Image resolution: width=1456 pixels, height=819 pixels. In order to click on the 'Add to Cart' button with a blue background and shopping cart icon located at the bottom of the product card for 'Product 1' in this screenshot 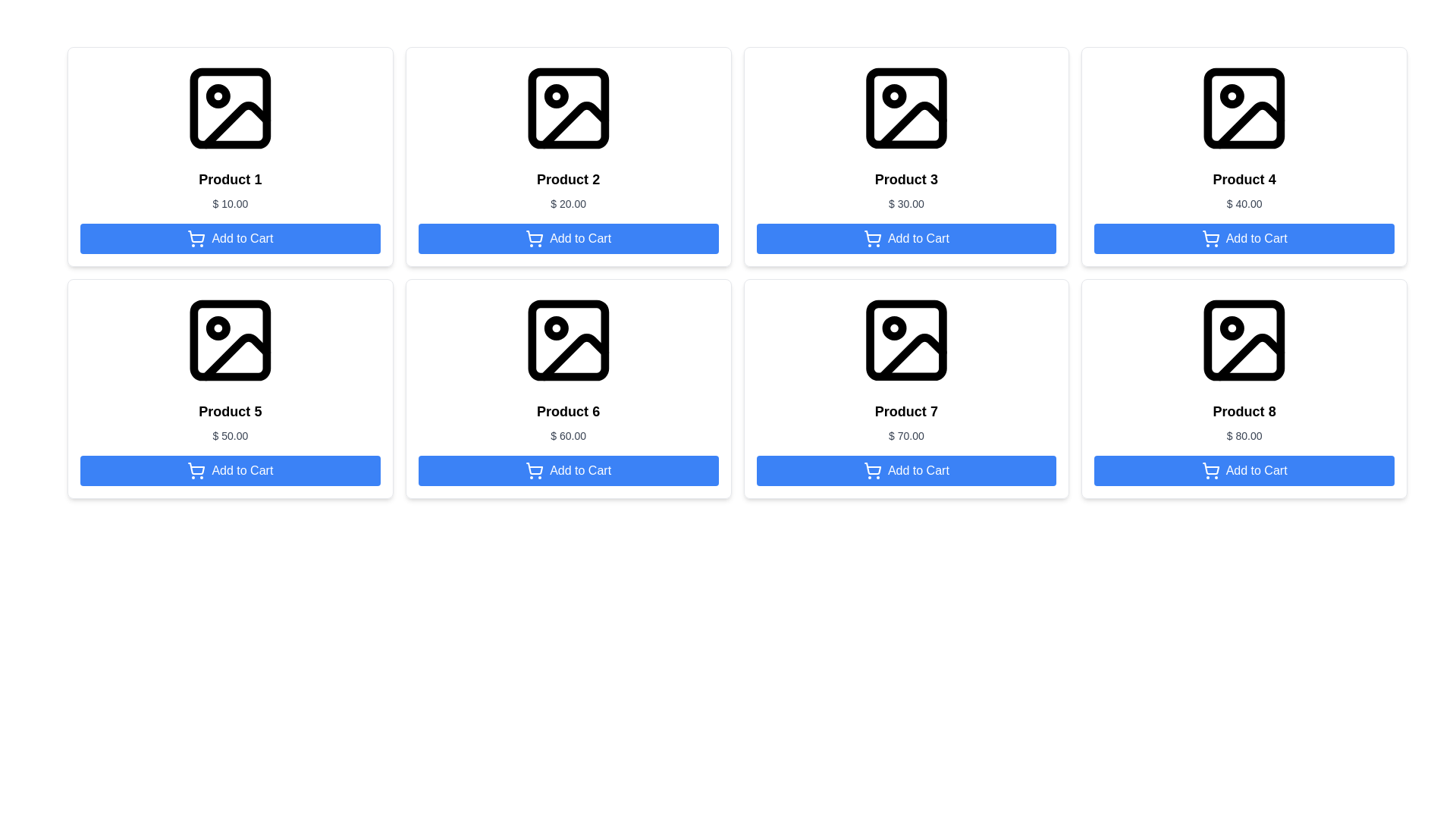, I will do `click(229, 239)`.